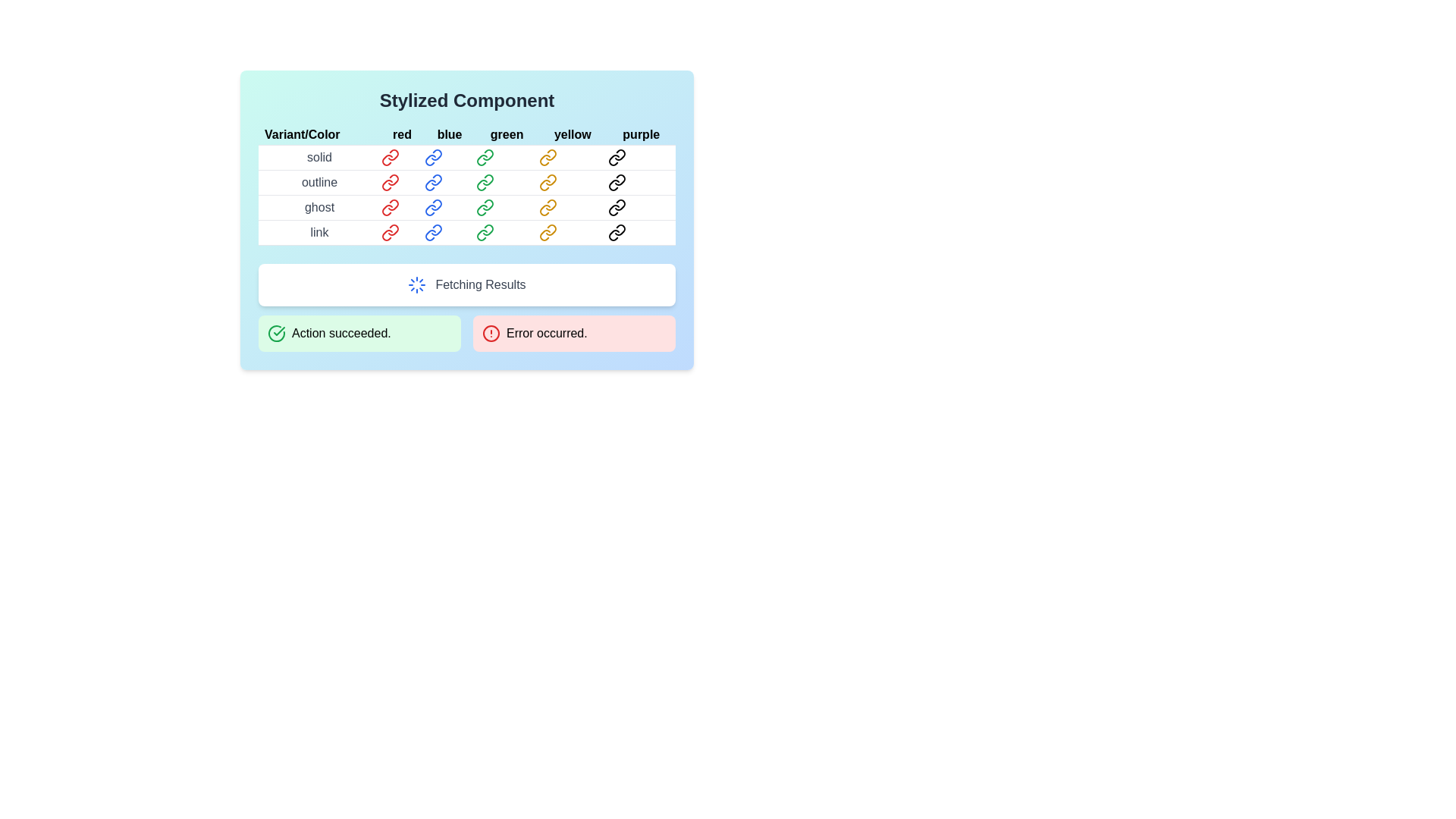  What do you see at coordinates (484, 233) in the screenshot?
I see `the green-themed hyperlink icon located in the fourth row and third column of the table to follow the link` at bounding box center [484, 233].